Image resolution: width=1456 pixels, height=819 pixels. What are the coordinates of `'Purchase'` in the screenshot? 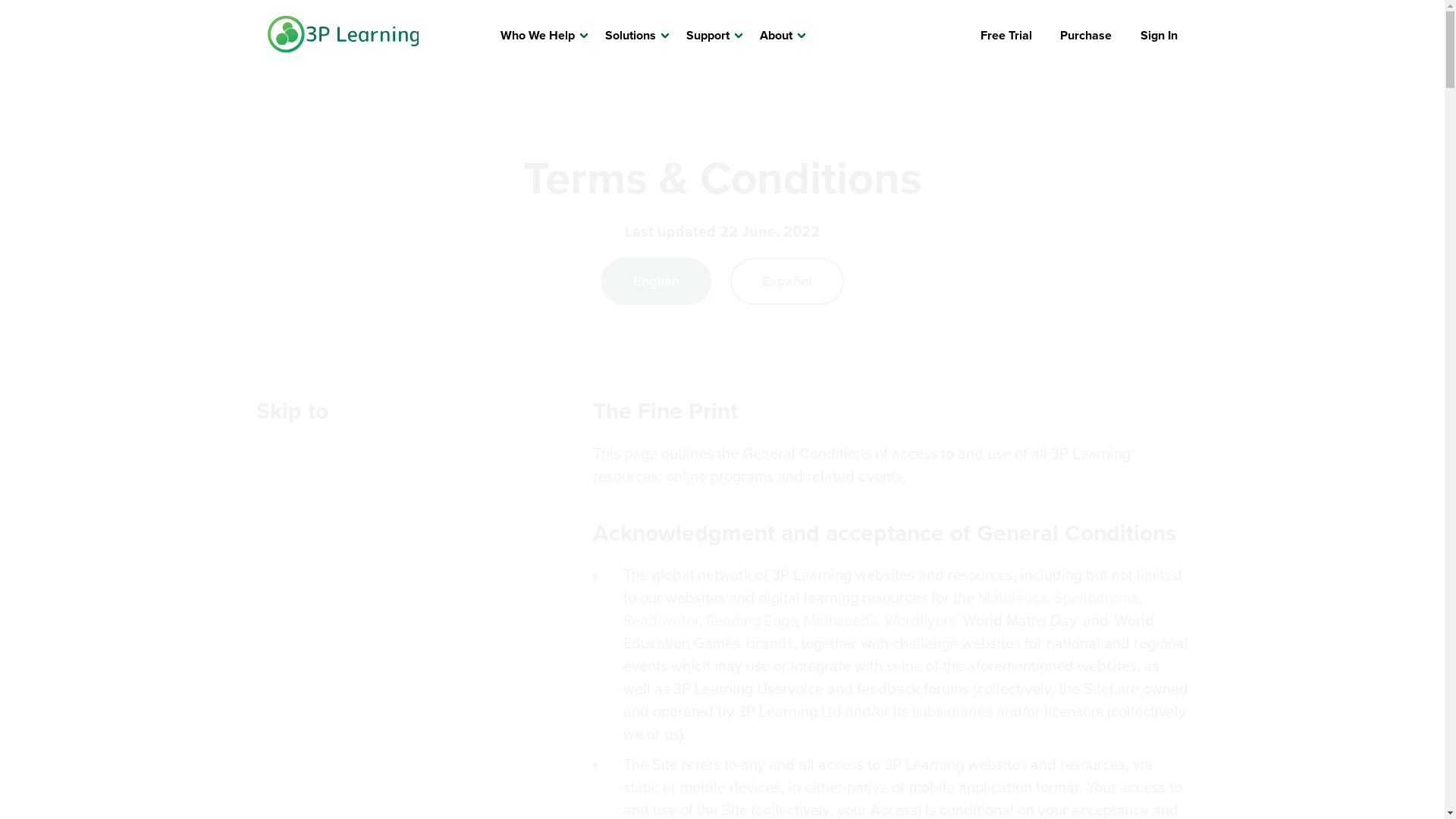 It's located at (1084, 34).